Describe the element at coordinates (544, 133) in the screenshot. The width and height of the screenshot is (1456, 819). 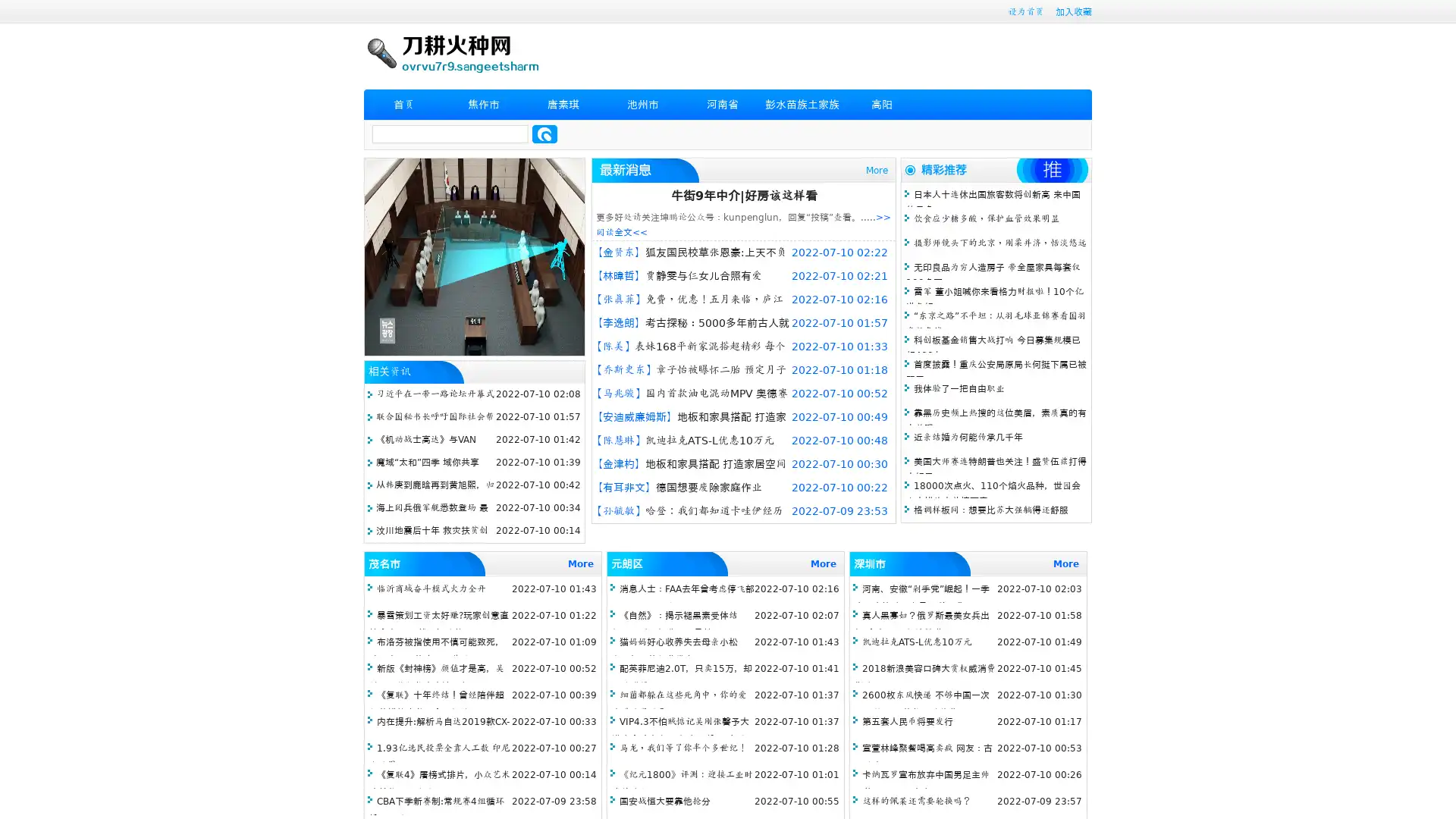
I see `Search` at that location.